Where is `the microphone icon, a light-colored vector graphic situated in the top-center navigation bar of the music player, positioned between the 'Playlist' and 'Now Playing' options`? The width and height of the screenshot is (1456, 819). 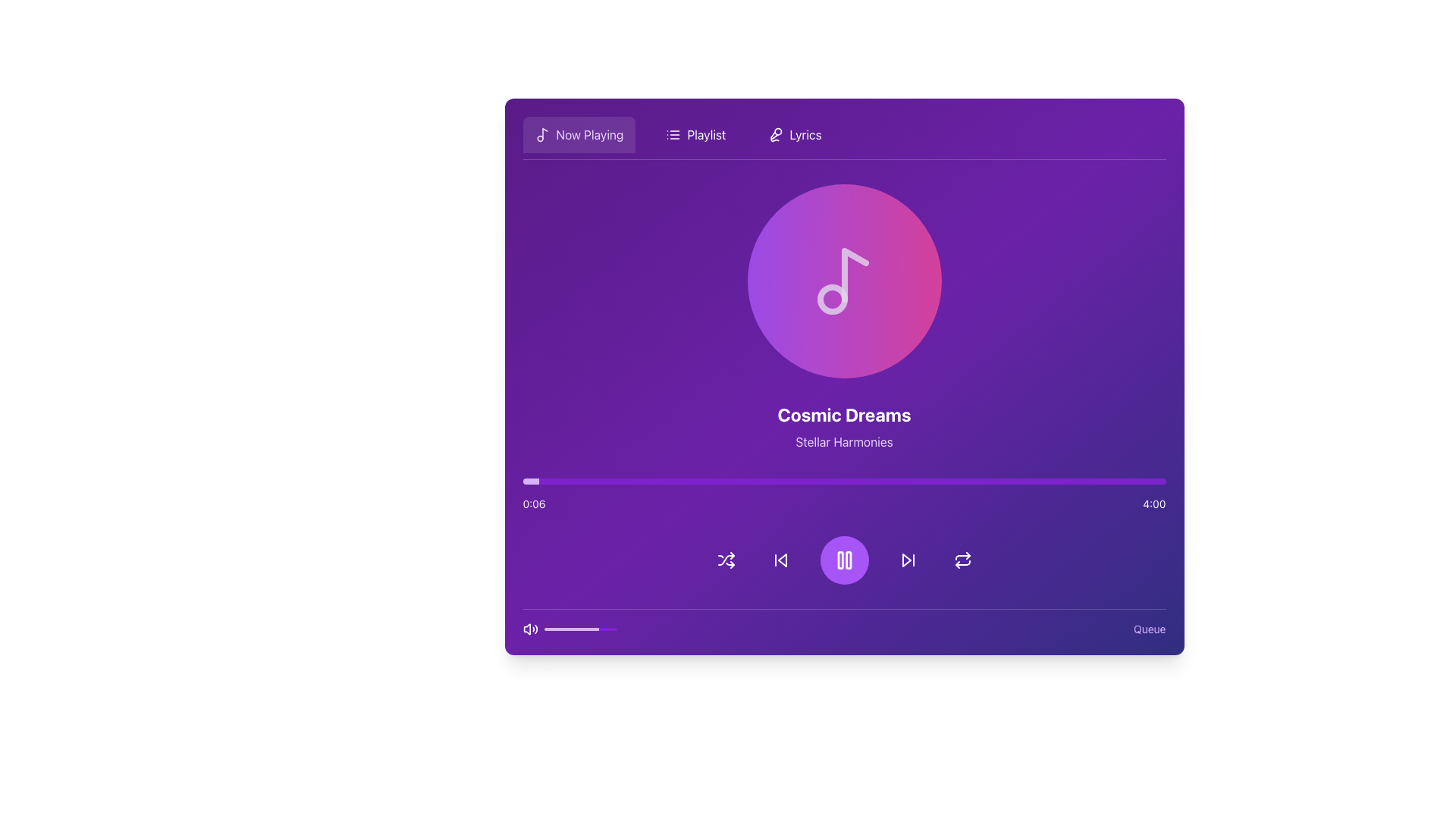 the microphone icon, a light-colored vector graphic situated in the top-center navigation bar of the music player, positioned between the 'Playlist' and 'Now Playing' options is located at coordinates (774, 134).